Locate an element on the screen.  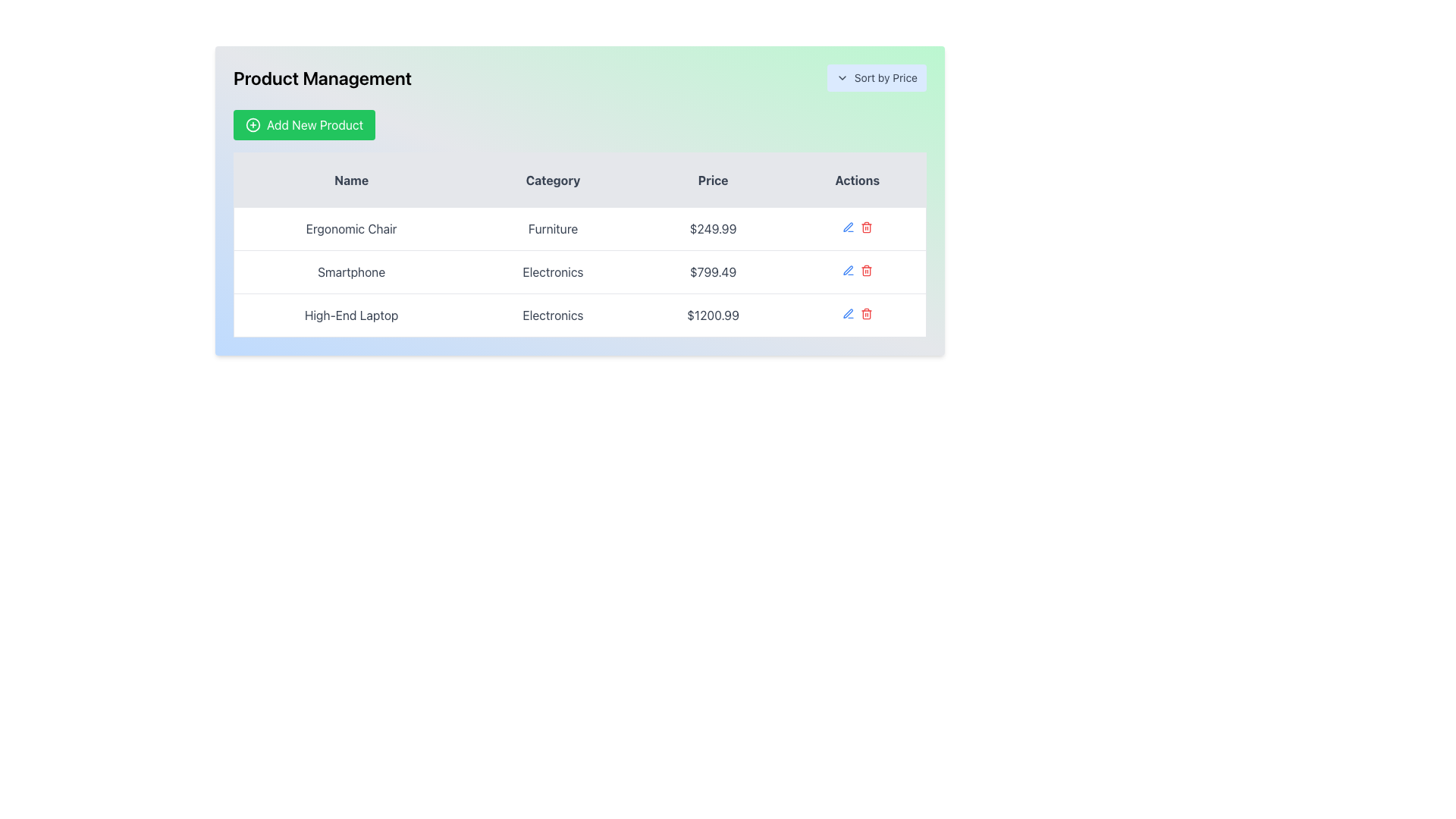
the icon indicating the action for adding a new product, which is located within the green button labeled 'Add New Product' in the top-left region of the interface is located at coordinates (253, 124).